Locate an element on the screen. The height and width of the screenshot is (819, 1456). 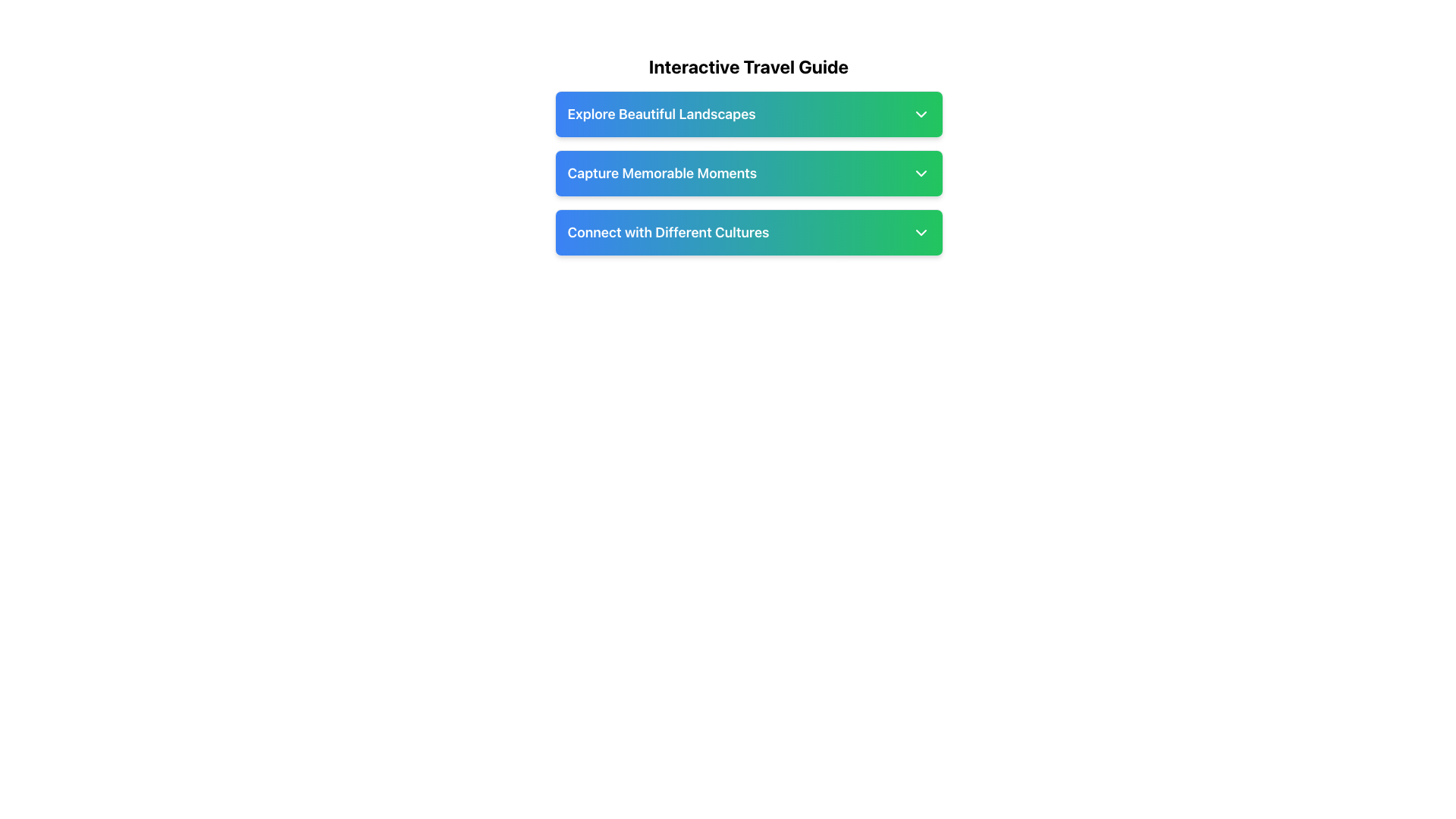
the third chevron-down icon in the bottom-most row of interactive buttons is located at coordinates (920, 233).